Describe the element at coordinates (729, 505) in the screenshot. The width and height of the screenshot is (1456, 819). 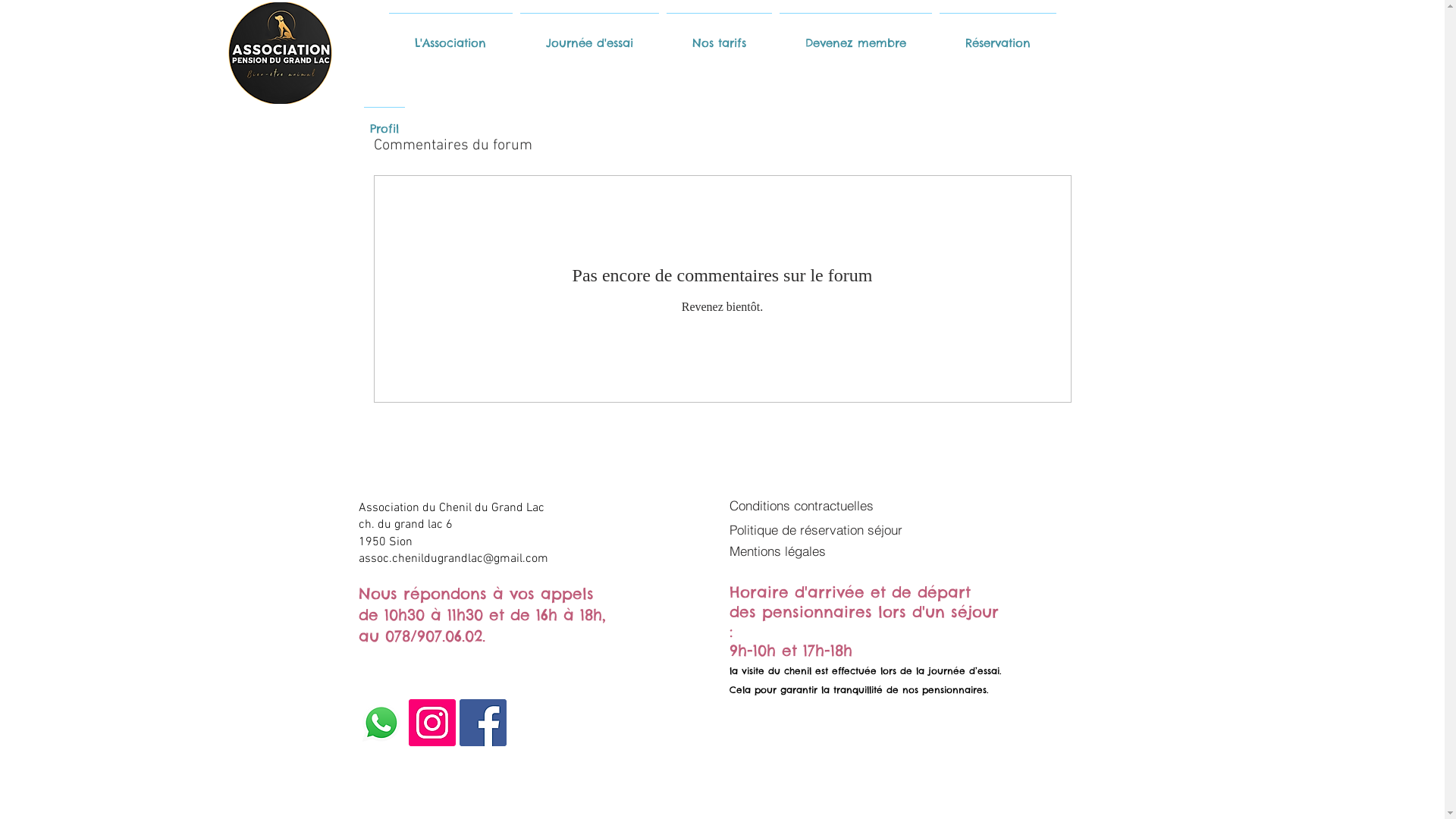
I see `'Conditions contractuelles'` at that location.